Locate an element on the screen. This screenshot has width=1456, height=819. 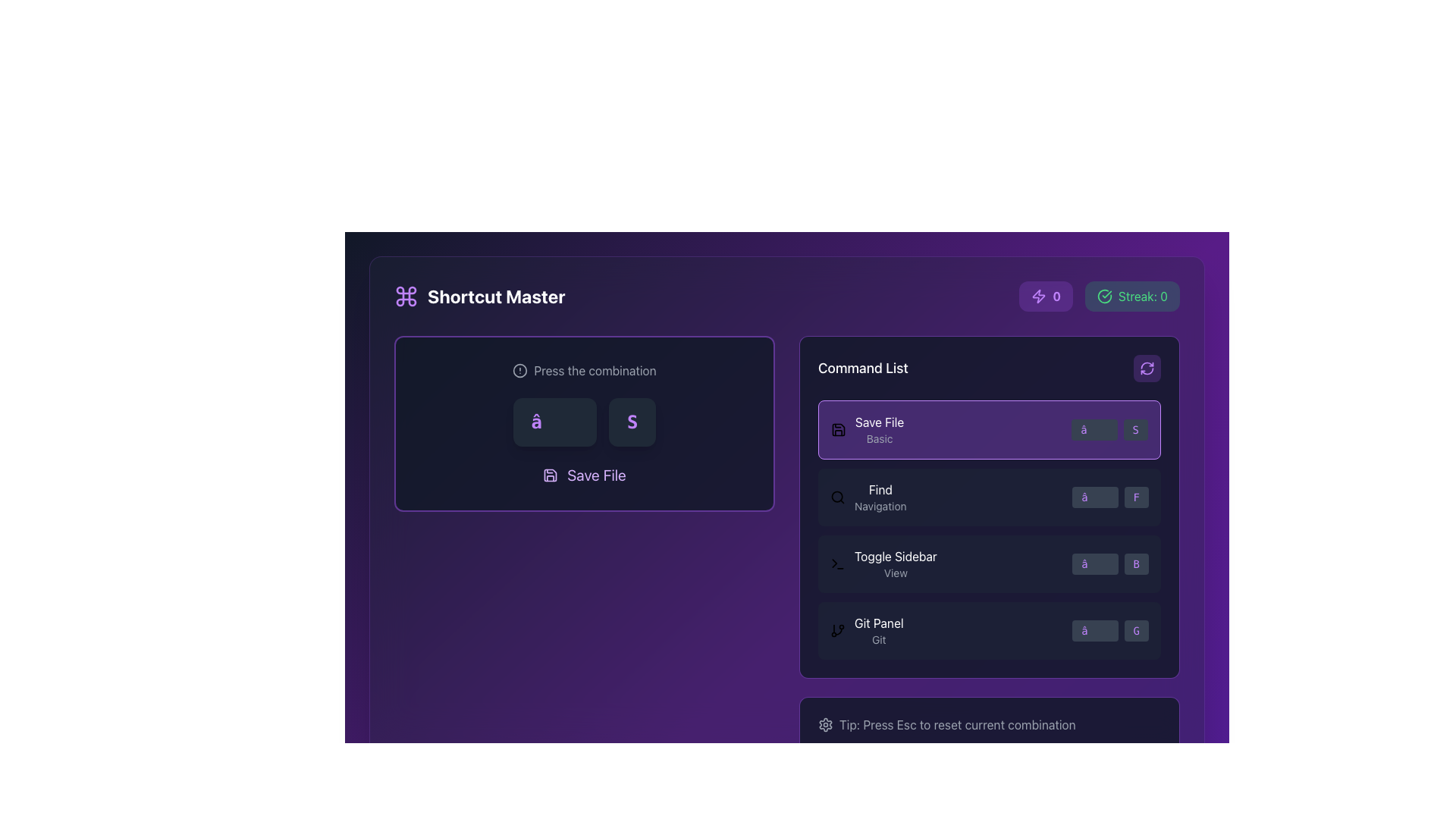
the text label or header at the top-left corner of the right section of the interface, which serves as a label for the command options listed below it is located at coordinates (863, 369).